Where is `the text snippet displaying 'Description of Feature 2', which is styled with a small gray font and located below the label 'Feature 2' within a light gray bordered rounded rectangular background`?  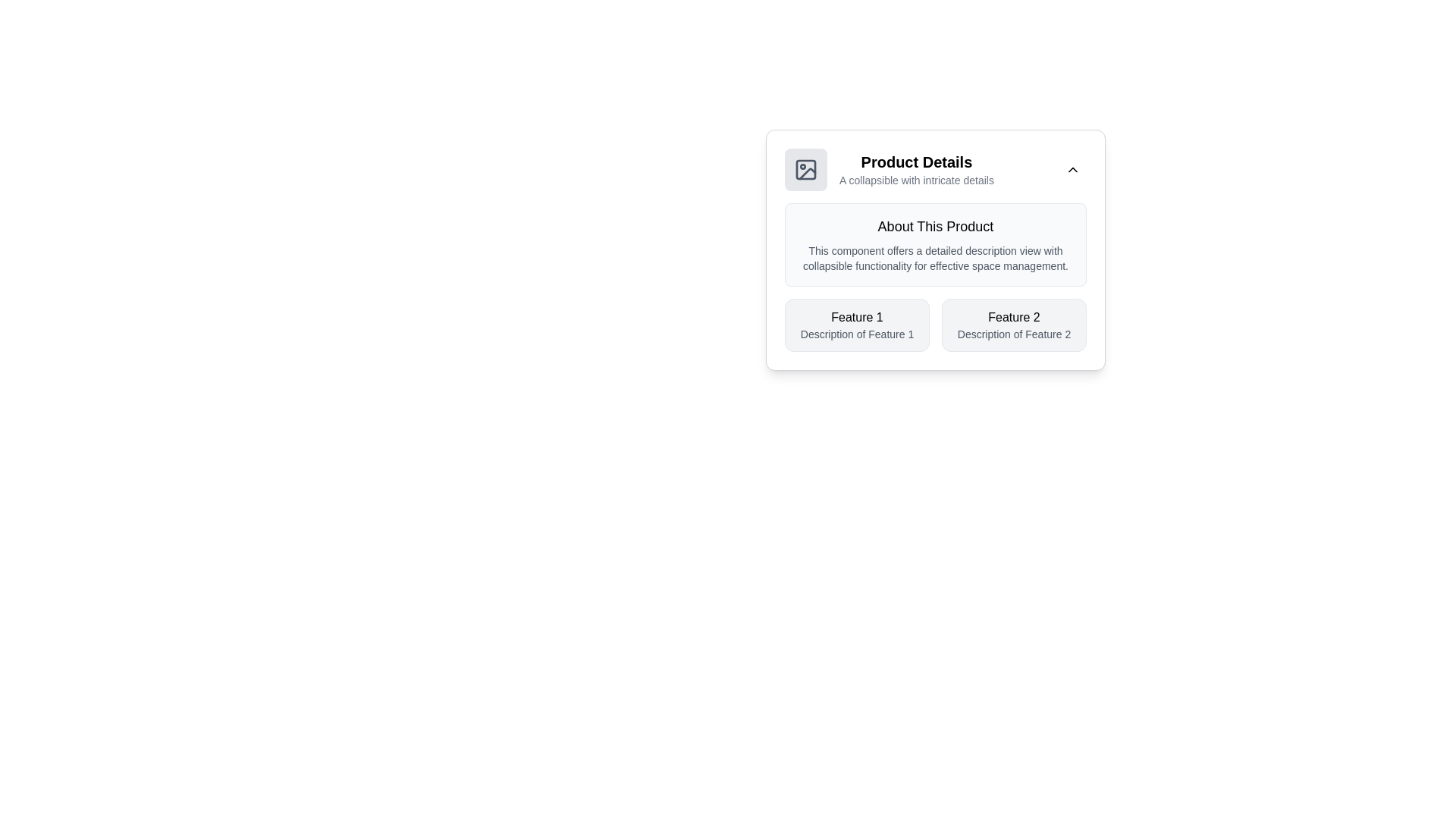 the text snippet displaying 'Description of Feature 2', which is styled with a small gray font and located below the label 'Feature 2' within a light gray bordered rounded rectangular background is located at coordinates (1014, 333).